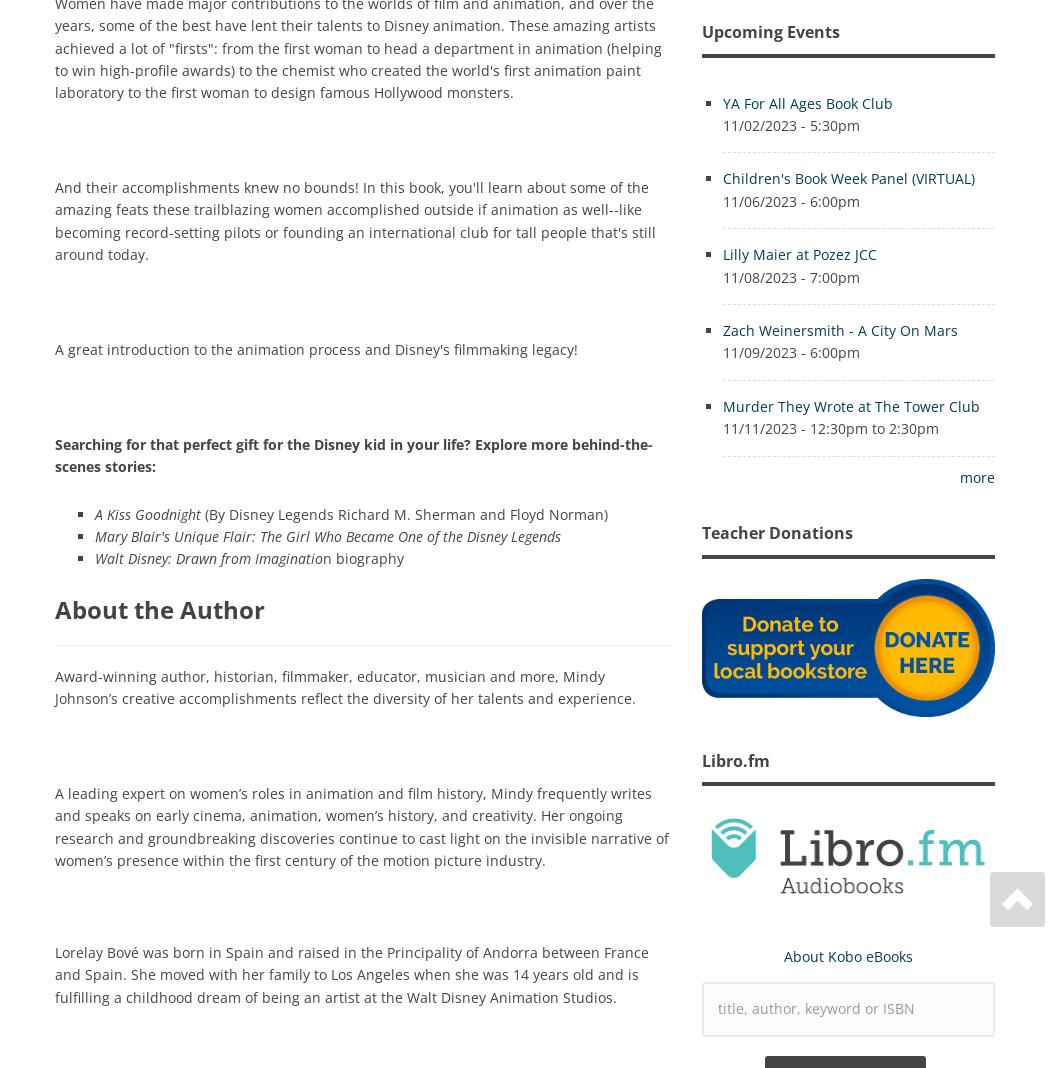 This screenshot has height=1068, width=1050. What do you see at coordinates (361, 824) in the screenshot?
I see `'A leading expert on women’s roles in animation and film history, Mindy frequently writes and speaks on early cinema, animation, women’s history, and creativity. Her ongoing research and groundbreaking discoveries continue to cast light on the invisible narrative of women’s presence within the first century of the motion picture industry.'` at bounding box center [361, 824].